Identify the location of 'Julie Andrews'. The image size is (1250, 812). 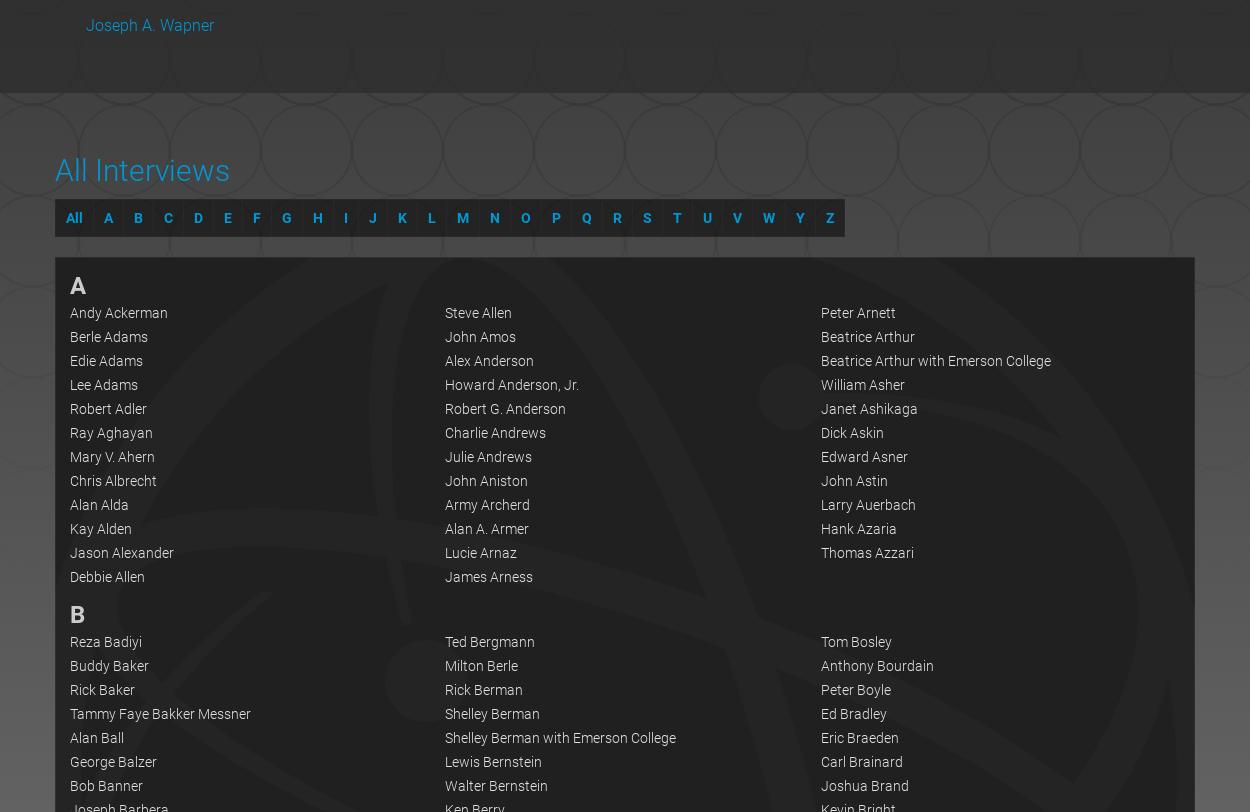
(487, 456).